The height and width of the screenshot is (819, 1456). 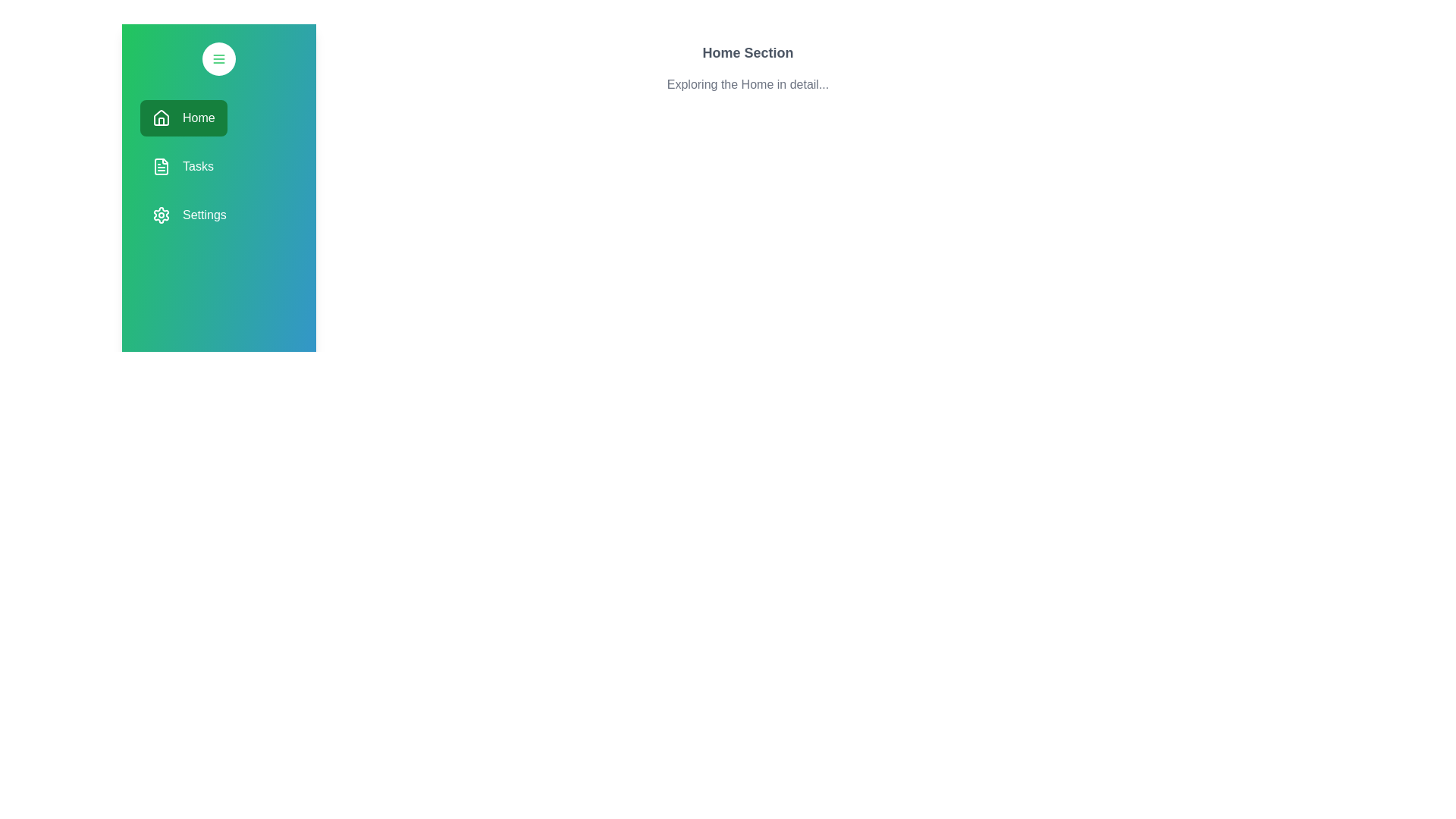 I want to click on keyboard navigation, so click(x=203, y=215).